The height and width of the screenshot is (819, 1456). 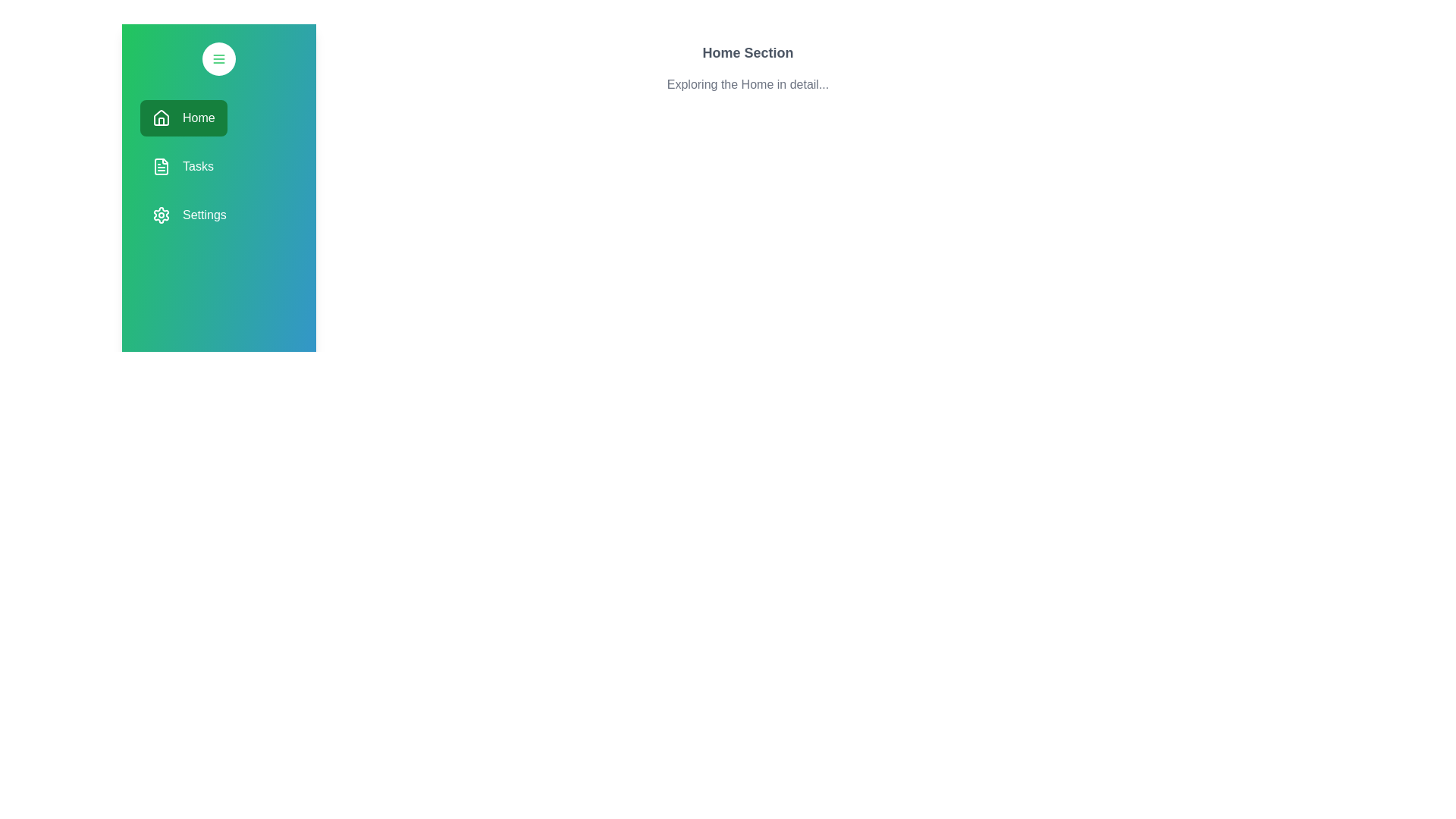 I want to click on keyboard navigation, so click(x=203, y=215).